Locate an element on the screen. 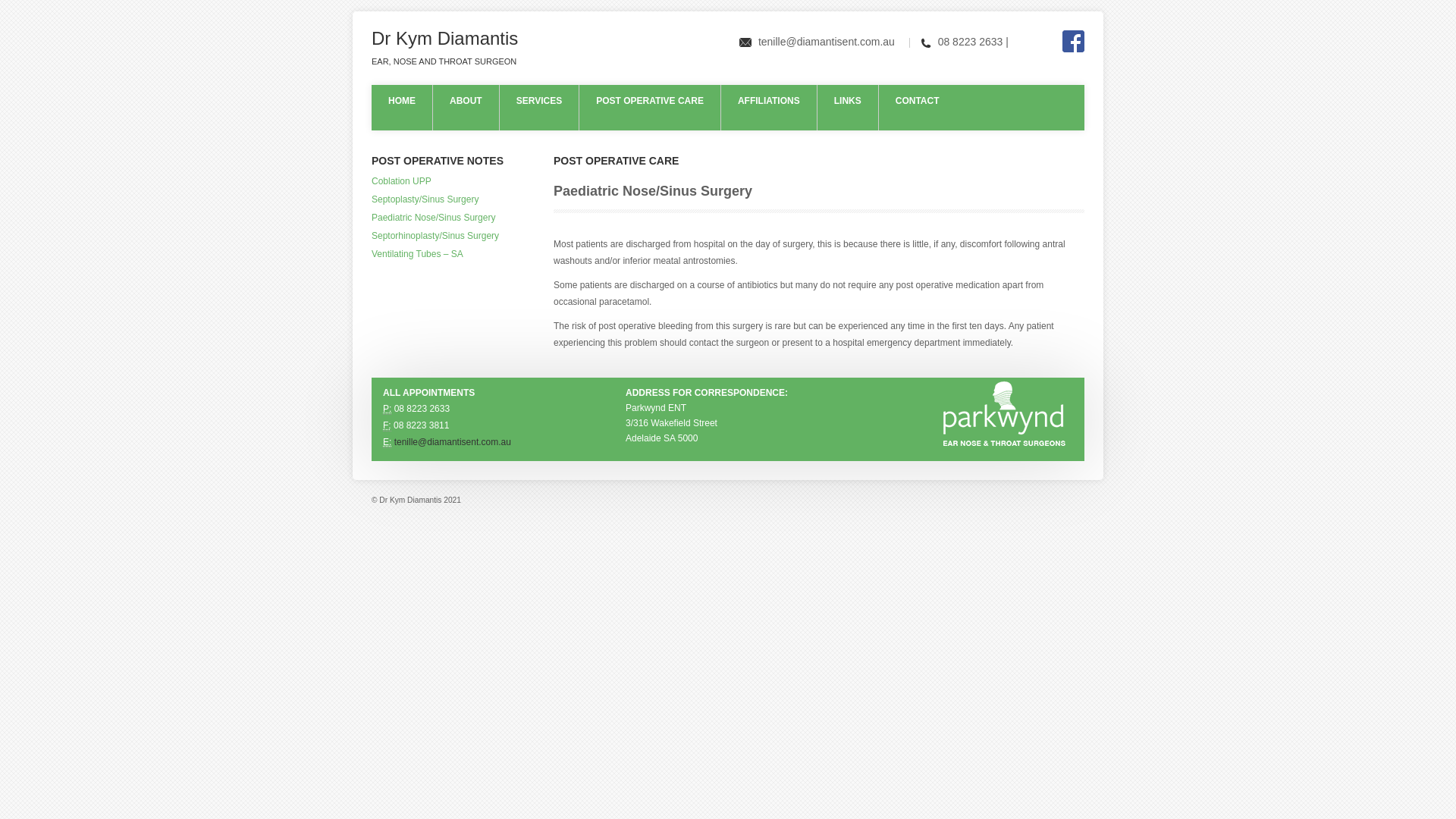 The height and width of the screenshot is (819, 1456). 'Coblation UPP' is located at coordinates (401, 180).